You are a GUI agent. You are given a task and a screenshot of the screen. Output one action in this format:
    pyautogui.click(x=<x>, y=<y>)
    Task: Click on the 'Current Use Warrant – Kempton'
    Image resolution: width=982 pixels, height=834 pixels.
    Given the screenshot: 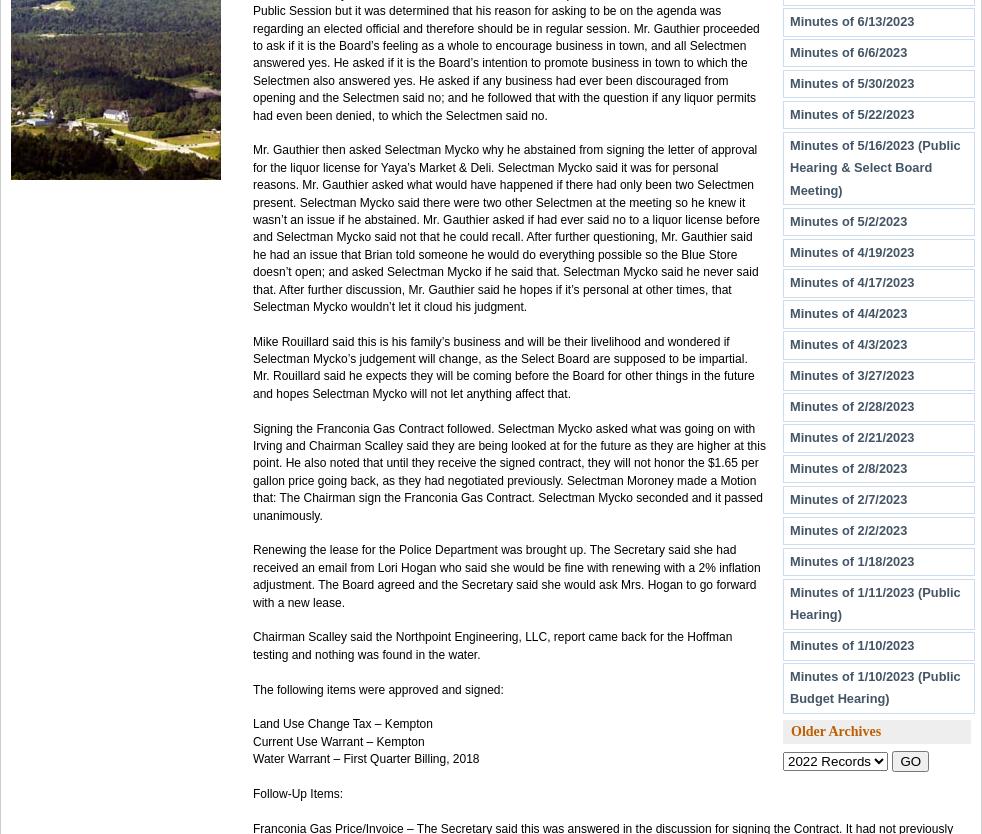 What is the action you would take?
    pyautogui.click(x=338, y=741)
    